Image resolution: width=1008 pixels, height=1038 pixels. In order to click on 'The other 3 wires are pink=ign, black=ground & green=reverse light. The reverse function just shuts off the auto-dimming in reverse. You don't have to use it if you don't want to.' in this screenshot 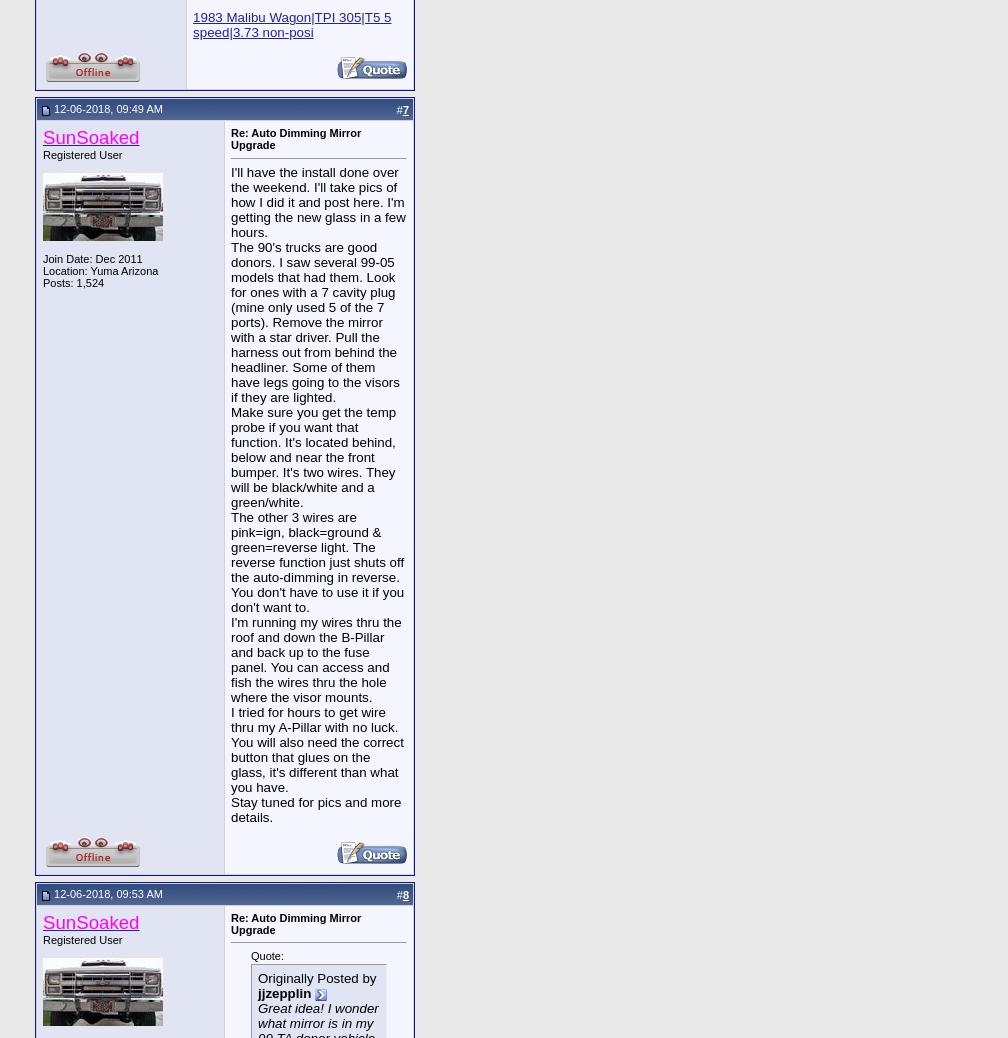, I will do `click(317, 561)`.